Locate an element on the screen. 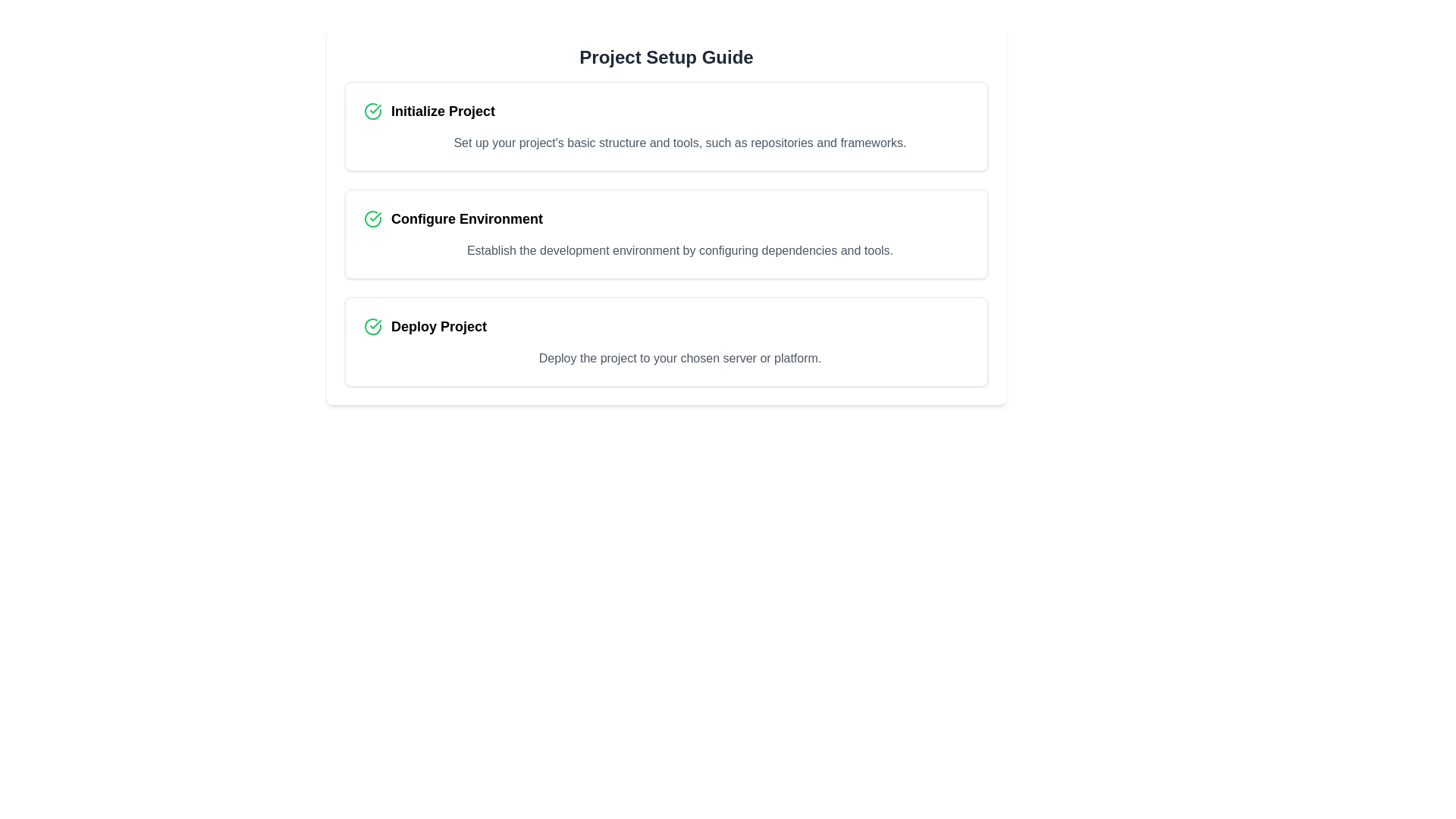  the static text label 'Configure Environment' which is styled with a bold, larger font and is horizontally aligned with a green check icon on its left is located at coordinates (466, 219).